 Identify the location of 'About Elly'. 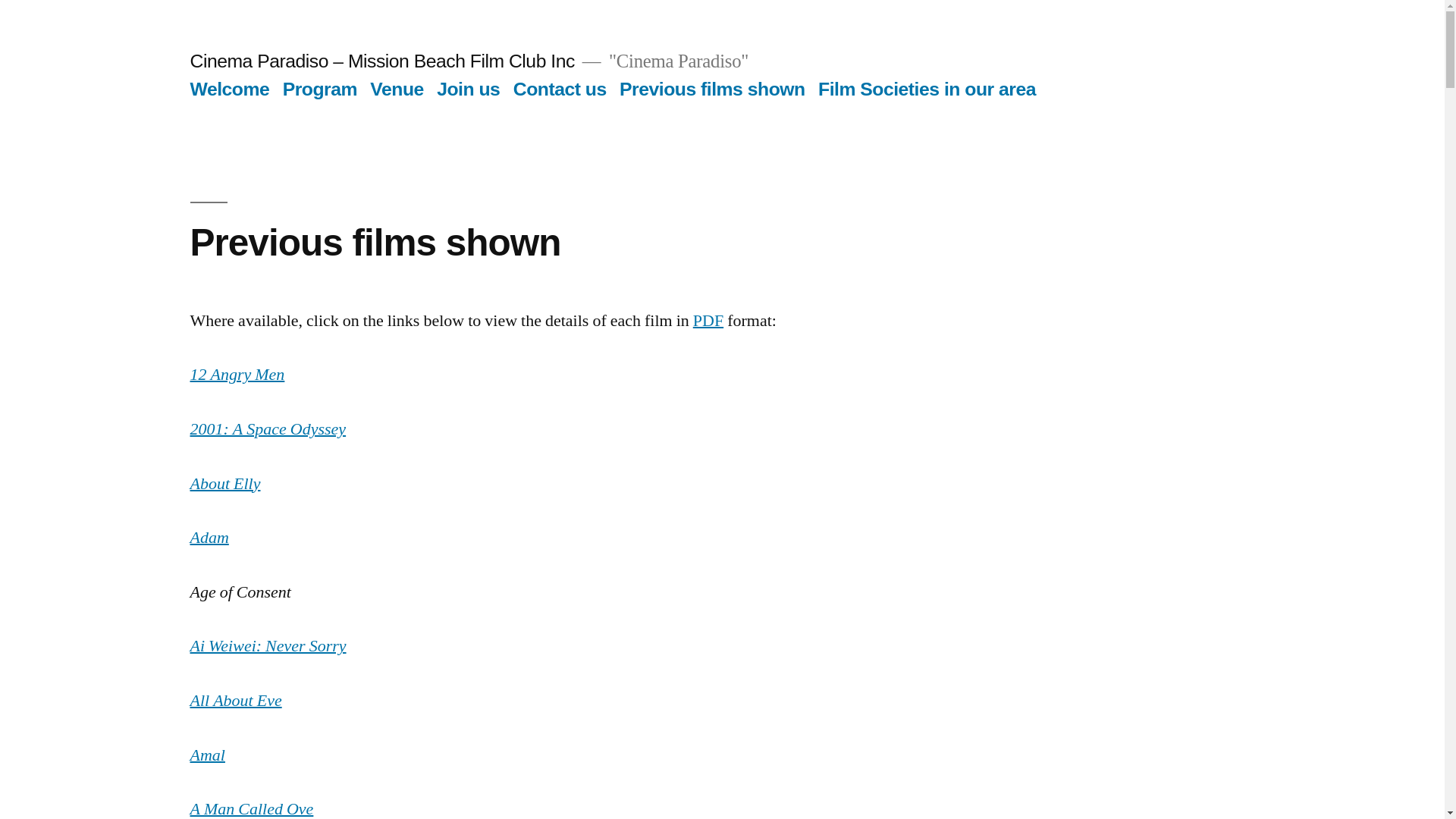
(224, 483).